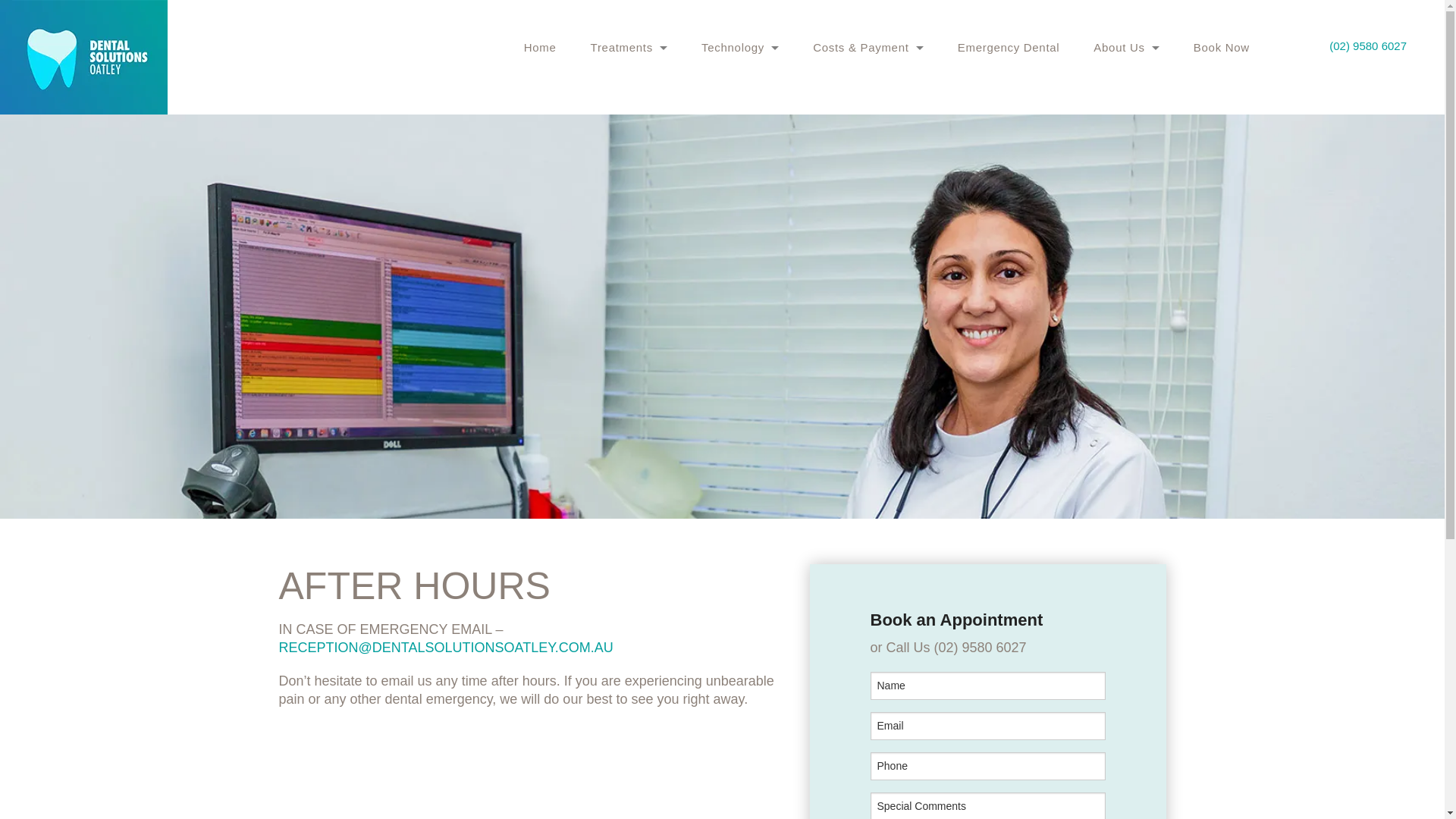  Describe the element at coordinates (1093, 86) in the screenshot. I see `'Our Team'` at that location.